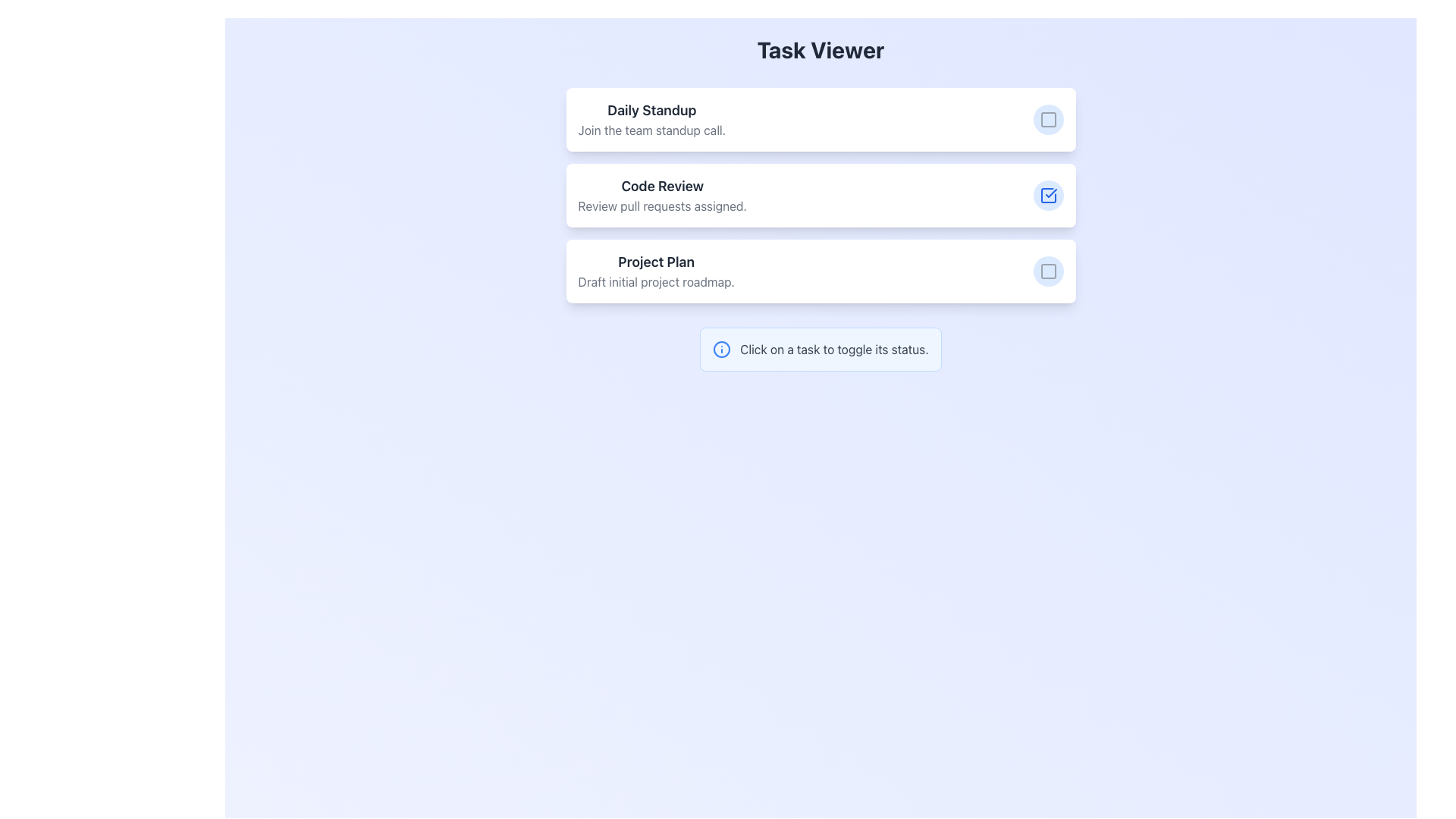 Image resolution: width=1456 pixels, height=819 pixels. What do you see at coordinates (1047, 195) in the screenshot?
I see `the button that signifies the completion or status check of the associated task next to the text 'Review pull requests assigned.' to visualize the hover effect` at bounding box center [1047, 195].